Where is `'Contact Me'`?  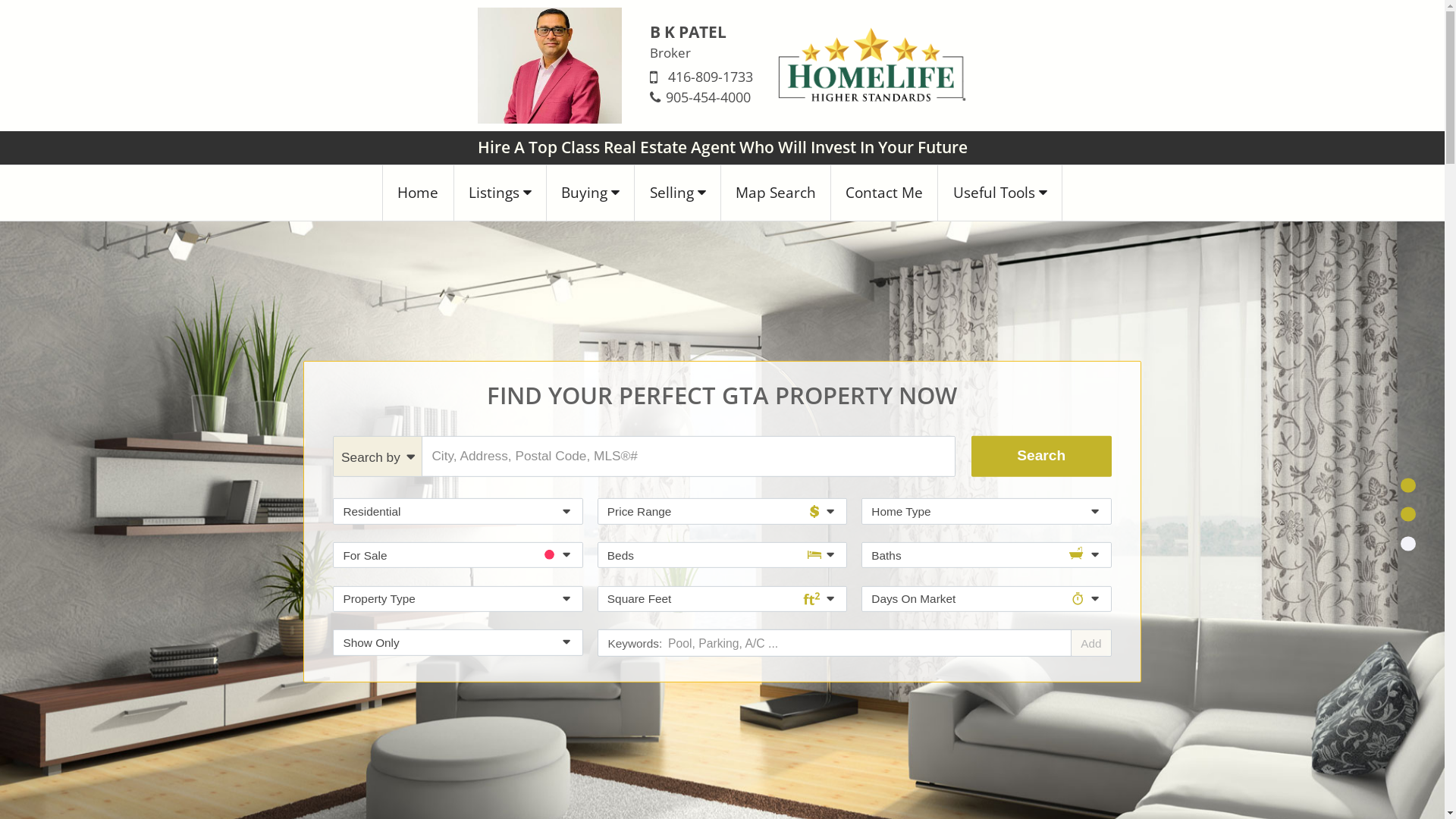 'Contact Me' is located at coordinates (830, 192).